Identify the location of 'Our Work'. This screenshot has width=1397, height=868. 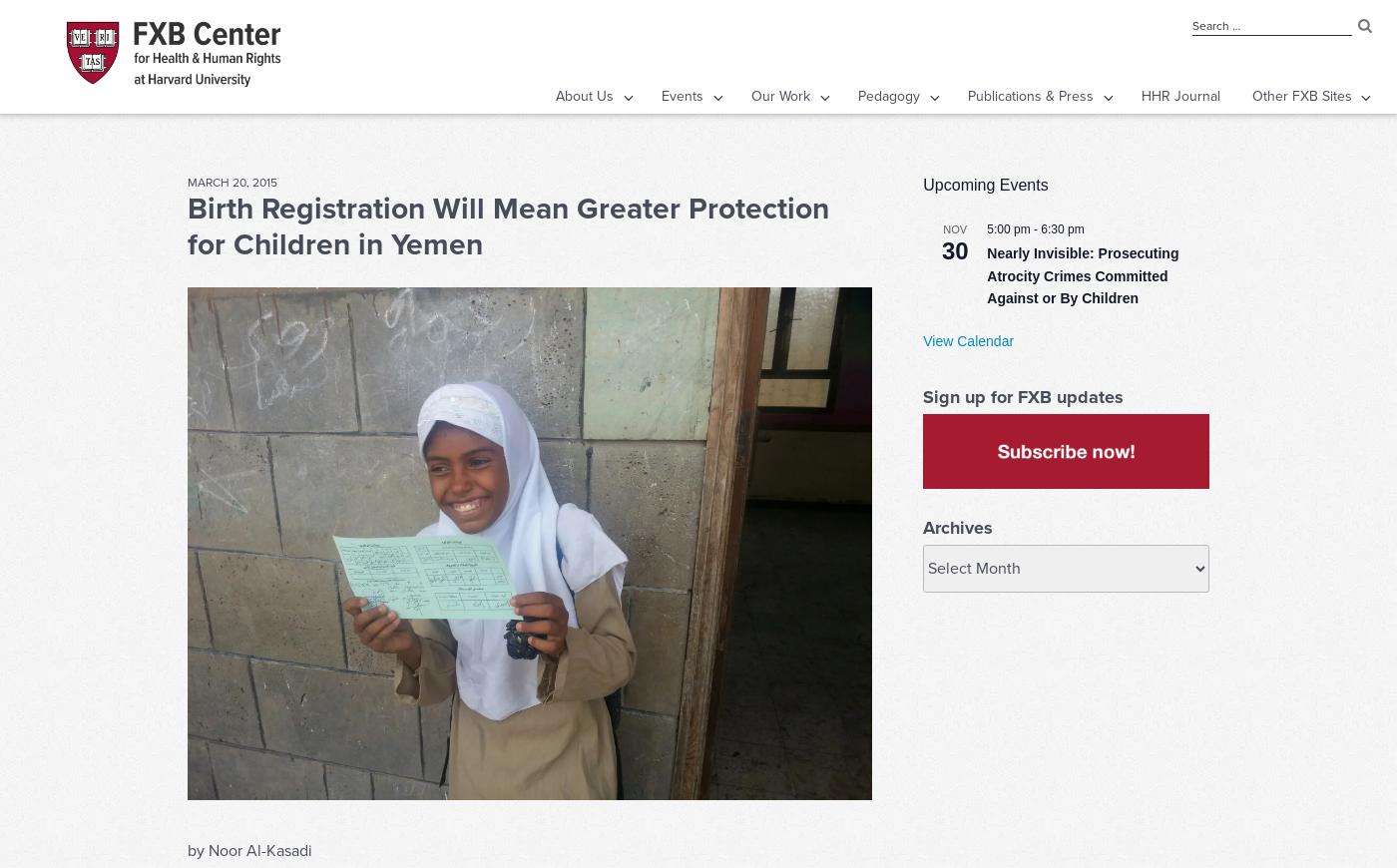
(779, 107).